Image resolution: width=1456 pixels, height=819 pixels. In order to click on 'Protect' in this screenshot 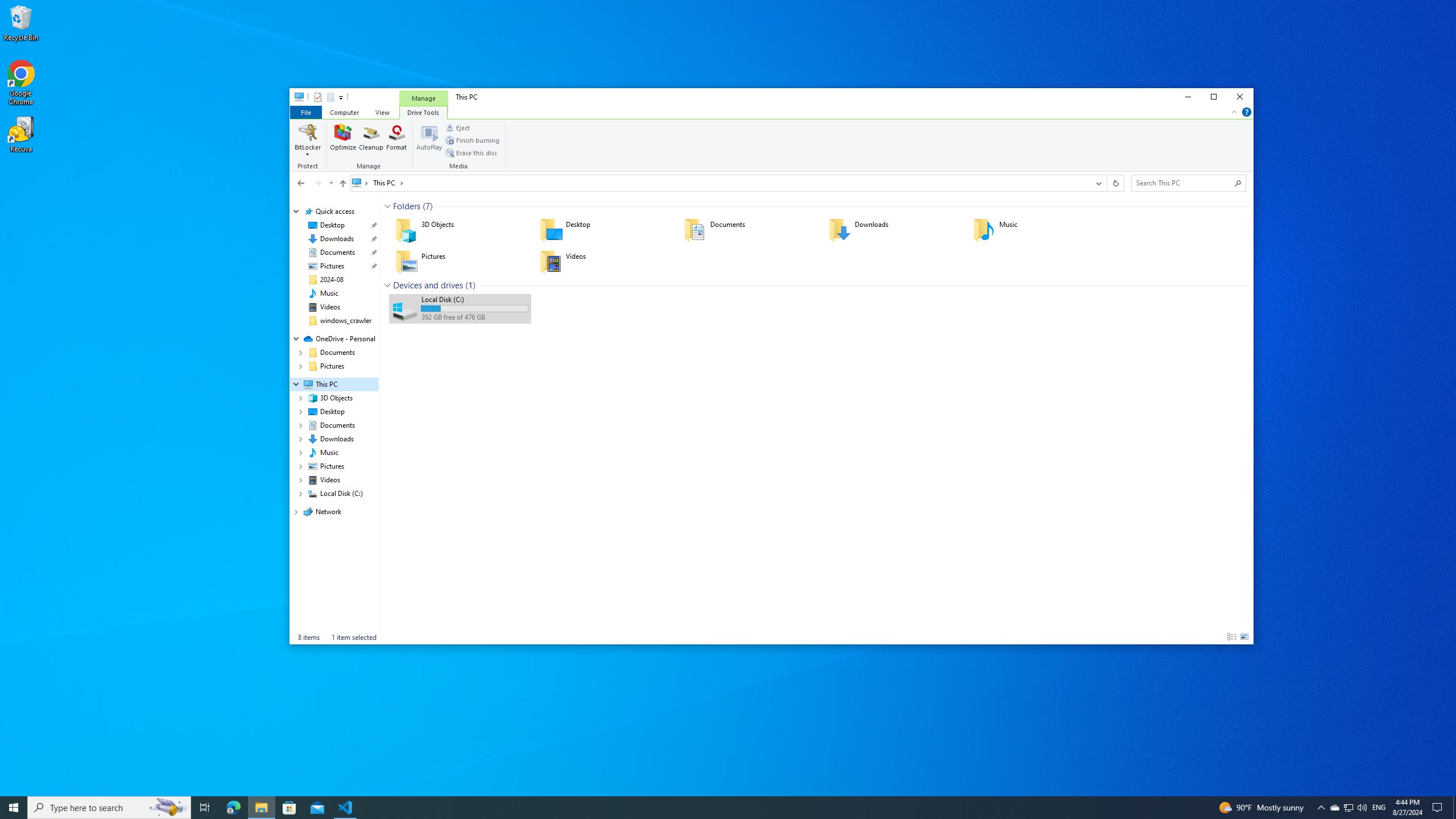, I will do `click(309, 146)`.